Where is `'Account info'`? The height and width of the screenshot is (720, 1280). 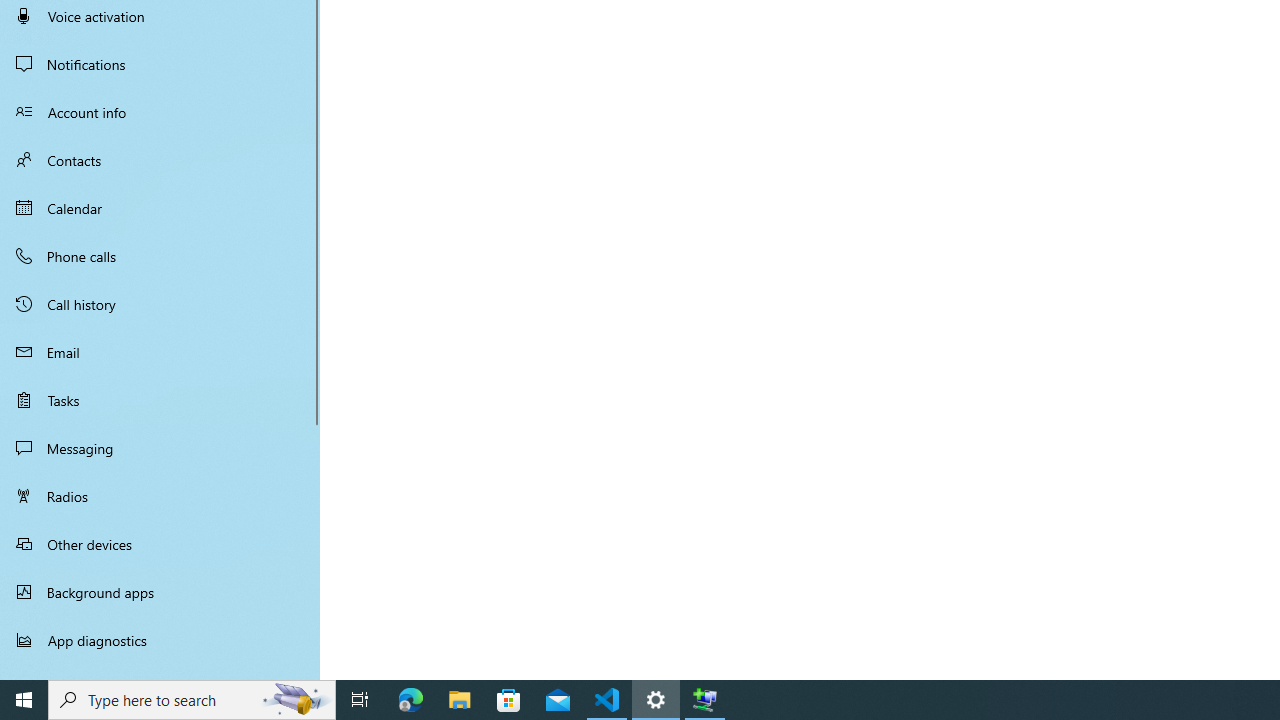
'Account info' is located at coordinates (160, 111).